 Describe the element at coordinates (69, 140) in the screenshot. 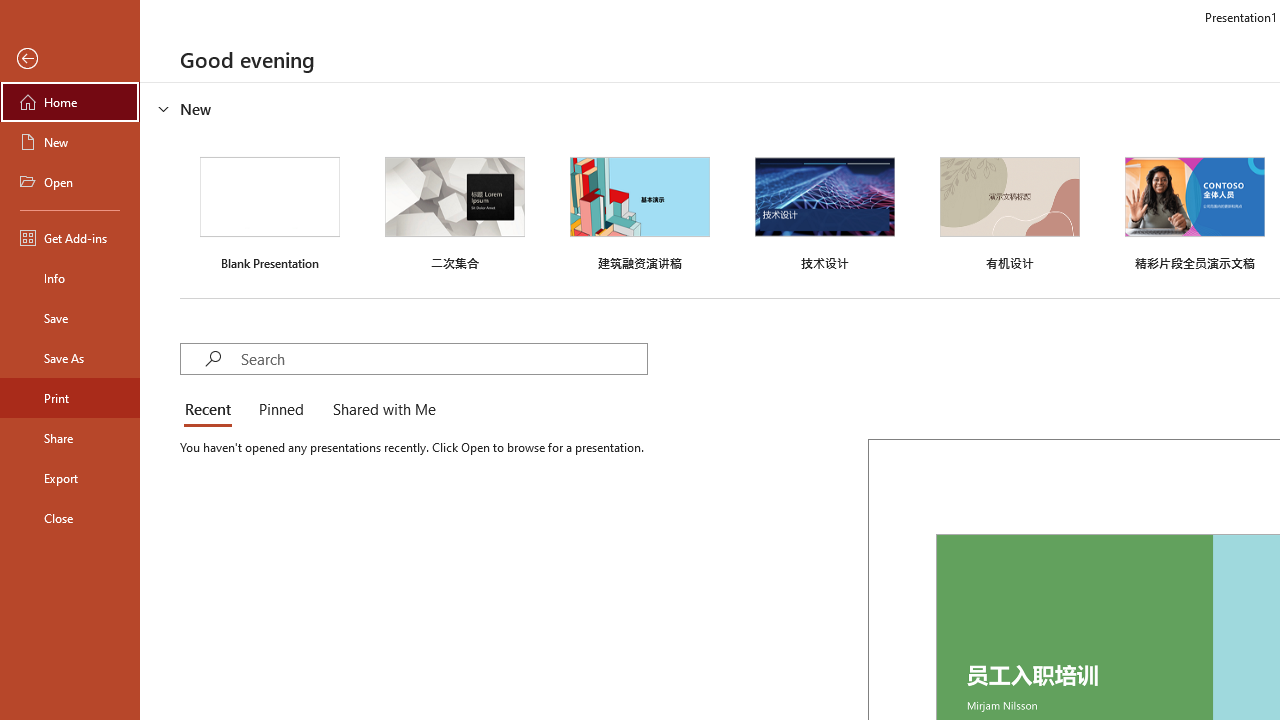

I see `'New'` at that location.